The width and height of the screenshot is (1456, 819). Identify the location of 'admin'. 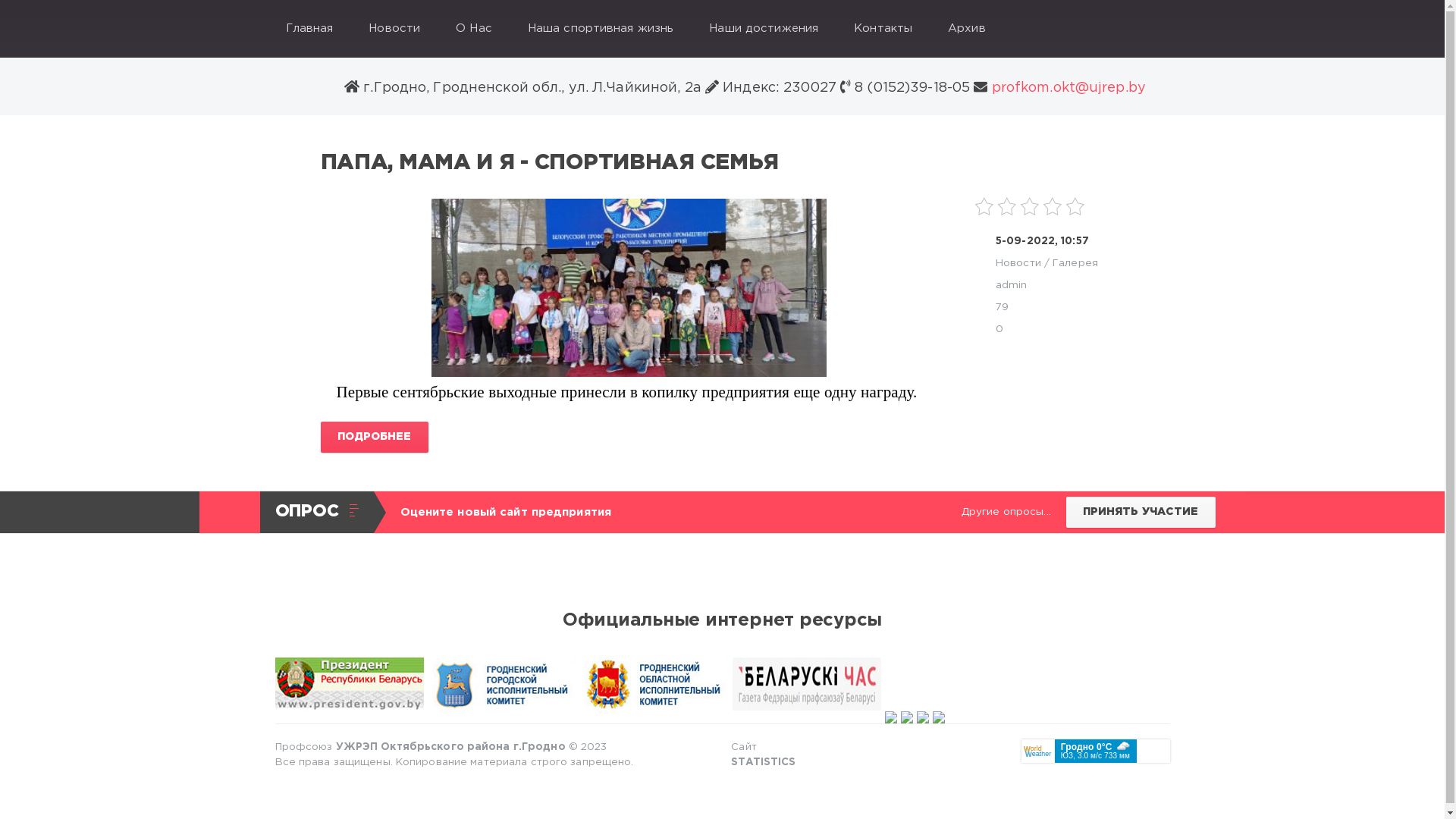
(1012, 284).